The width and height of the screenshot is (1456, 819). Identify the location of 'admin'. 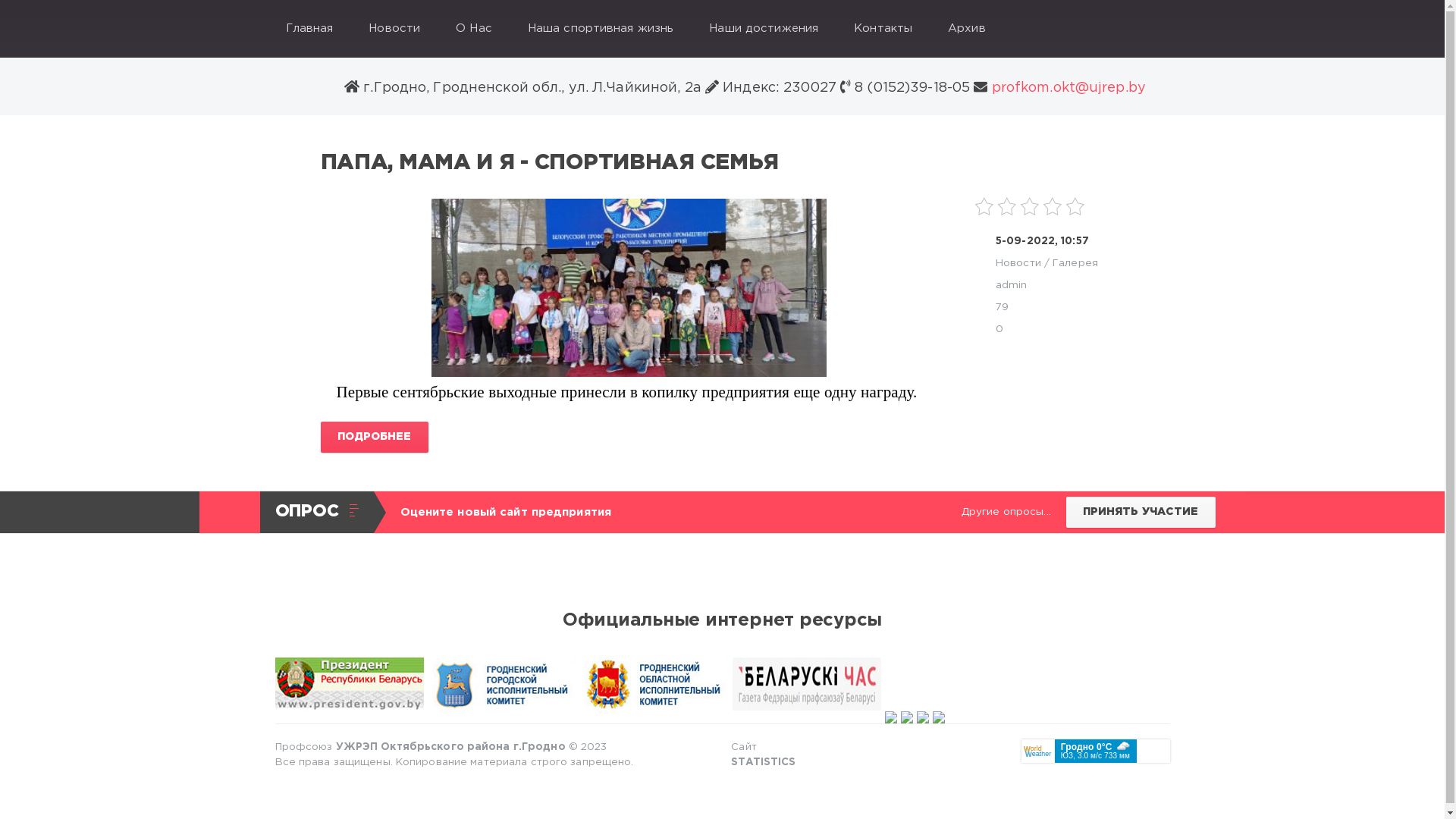
(1012, 284).